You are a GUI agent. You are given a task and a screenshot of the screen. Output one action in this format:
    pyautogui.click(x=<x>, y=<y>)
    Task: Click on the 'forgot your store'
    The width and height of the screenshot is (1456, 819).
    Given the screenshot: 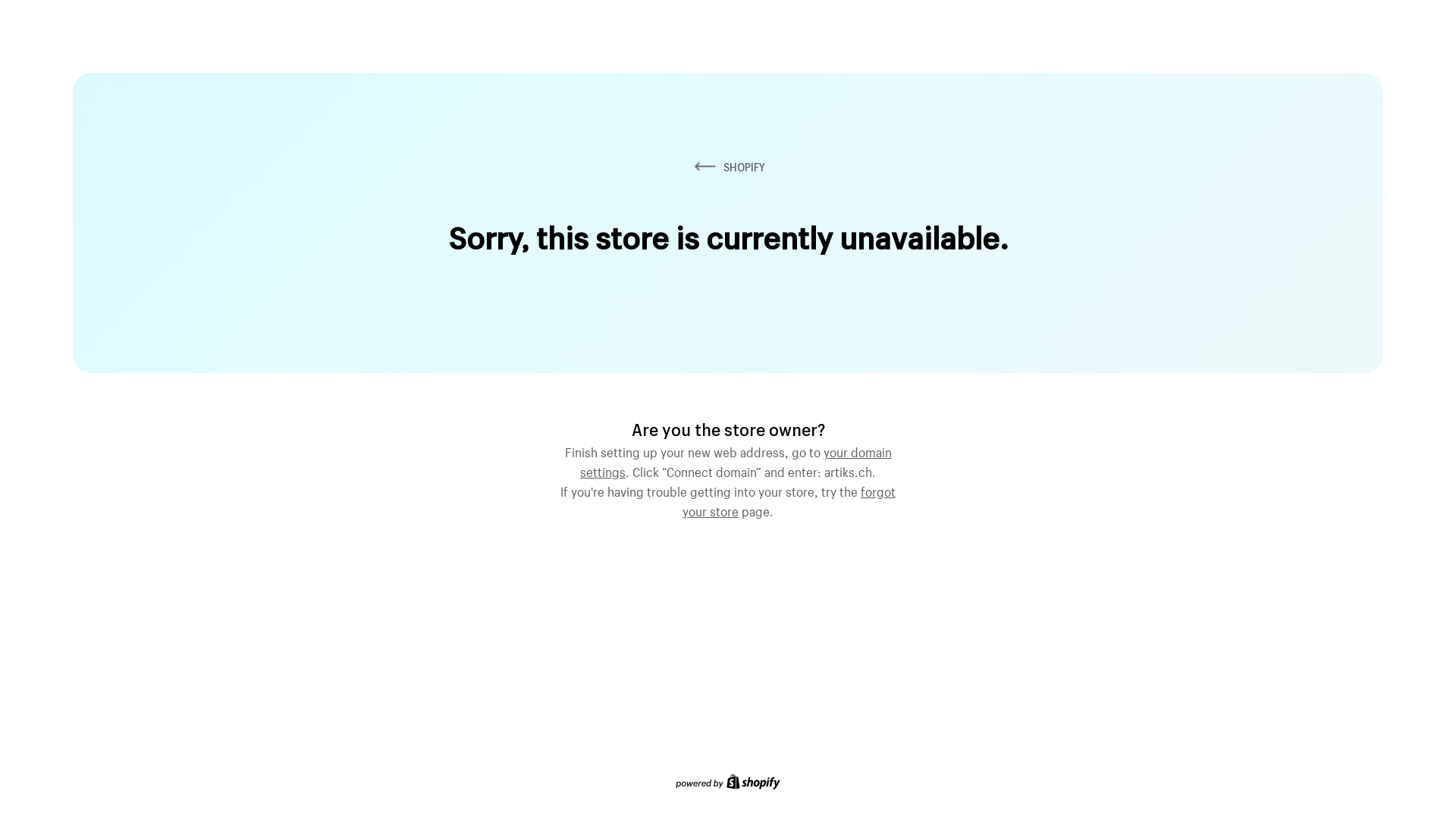 What is the action you would take?
    pyautogui.click(x=789, y=500)
    